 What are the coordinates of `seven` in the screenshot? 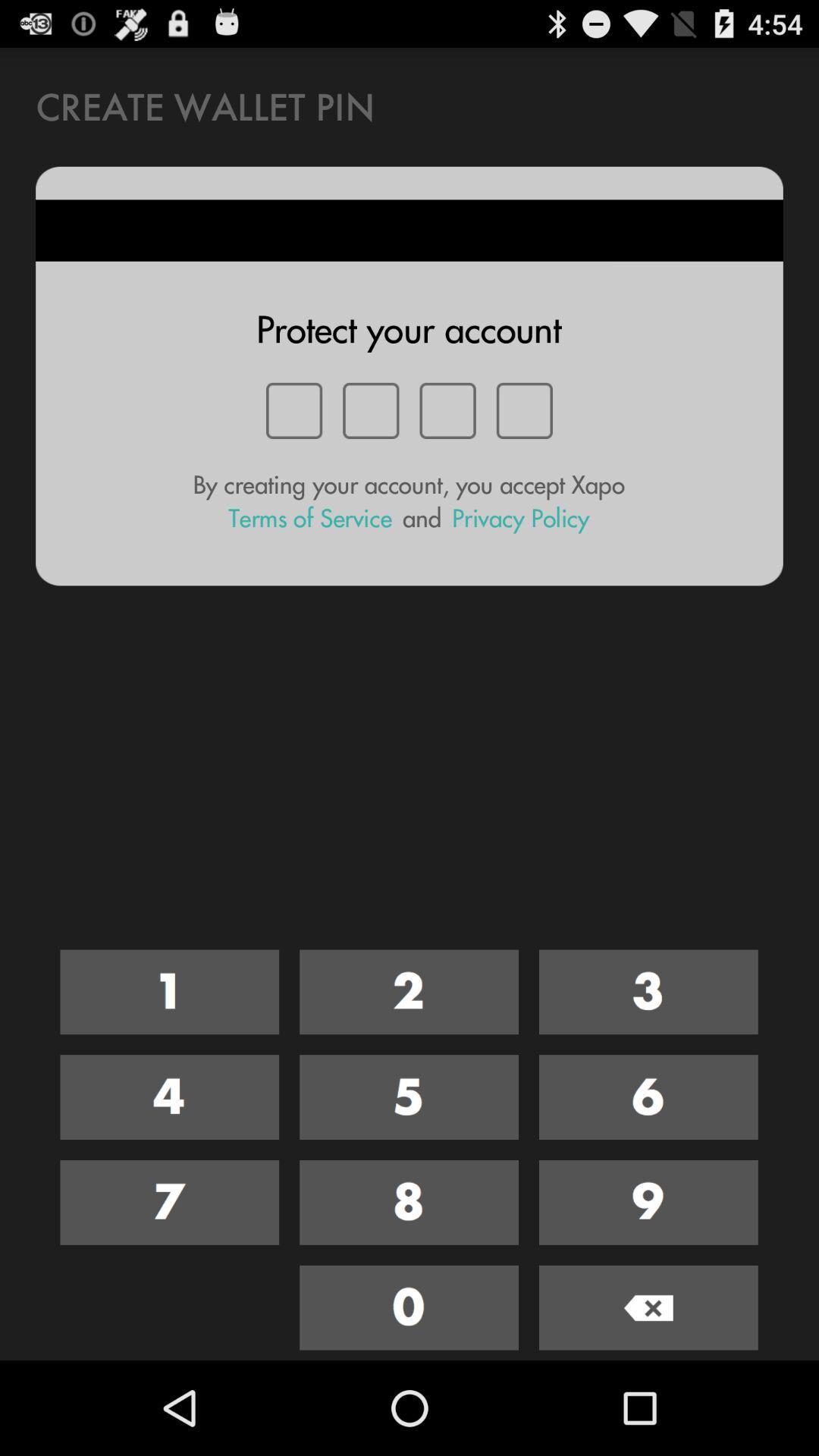 It's located at (169, 1201).